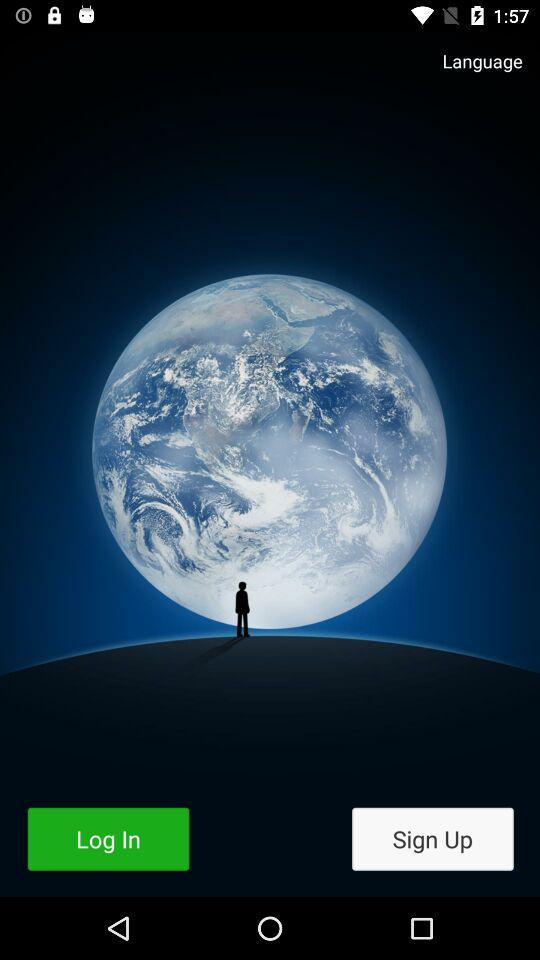 The width and height of the screenshot is (540, 960). Describe the element at coordinates (472, 71) in the screenshot. I see `the button above sign up icon` at that location.